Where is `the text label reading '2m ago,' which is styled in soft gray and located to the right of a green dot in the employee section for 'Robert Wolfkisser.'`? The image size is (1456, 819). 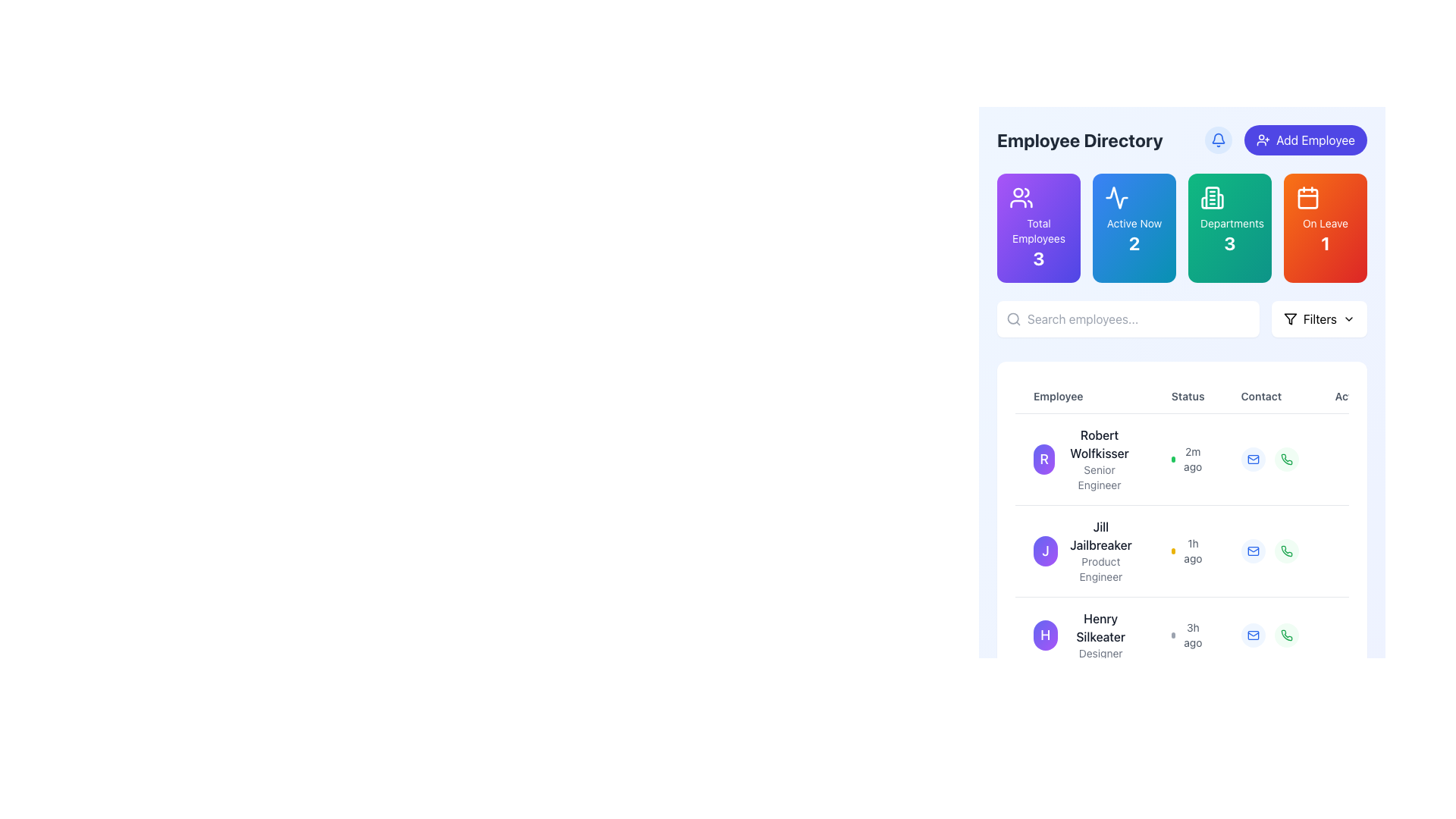
the text label reading '2m ago,' which is styled in soft gray and located to the right of a green dot in the employee section for 'Robert Wolfkisser.' is located at coordinates (1192, 458).